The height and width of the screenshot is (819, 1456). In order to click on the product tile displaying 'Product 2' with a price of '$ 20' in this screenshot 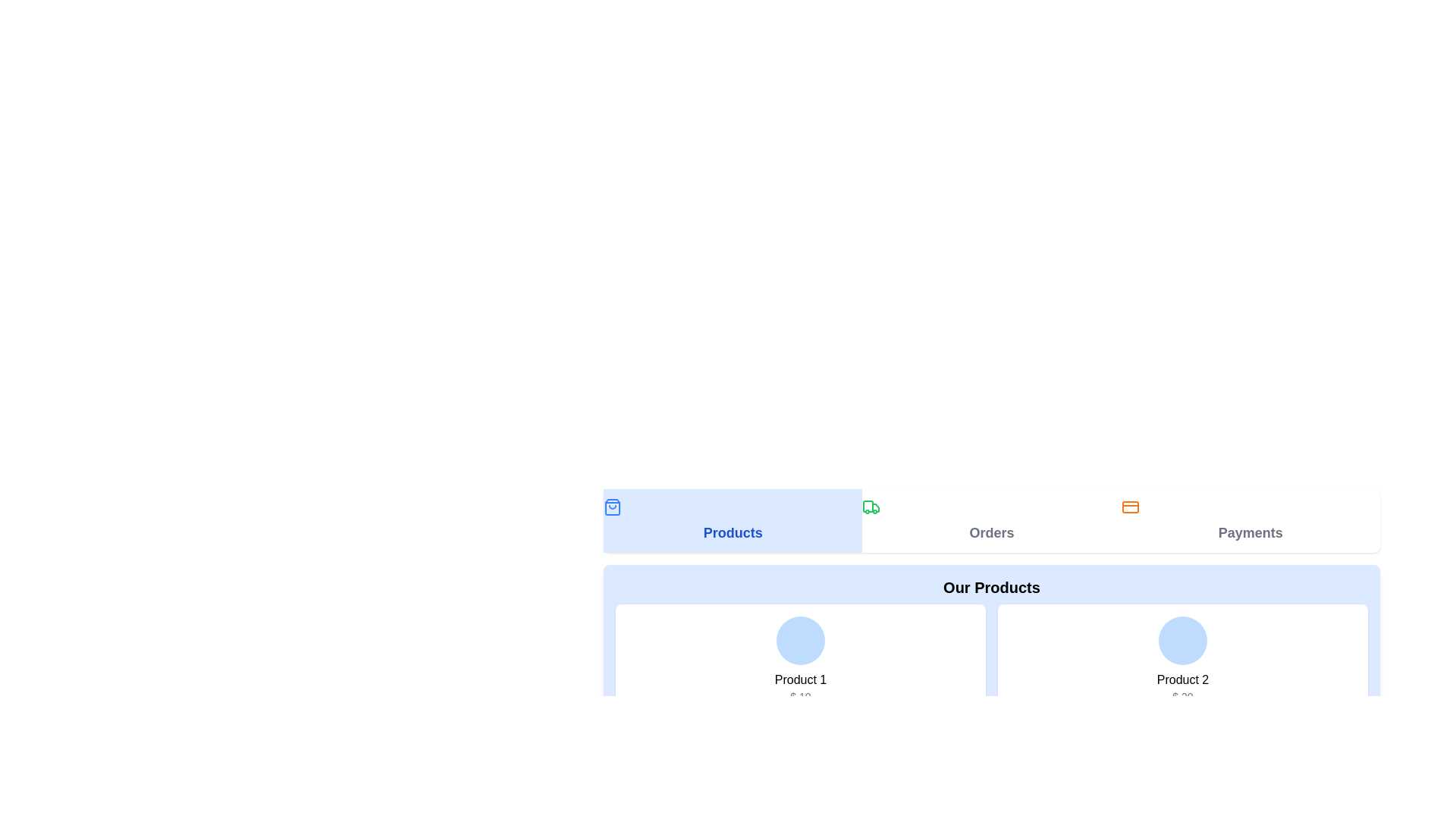, I will do `click(1182, 660)`.